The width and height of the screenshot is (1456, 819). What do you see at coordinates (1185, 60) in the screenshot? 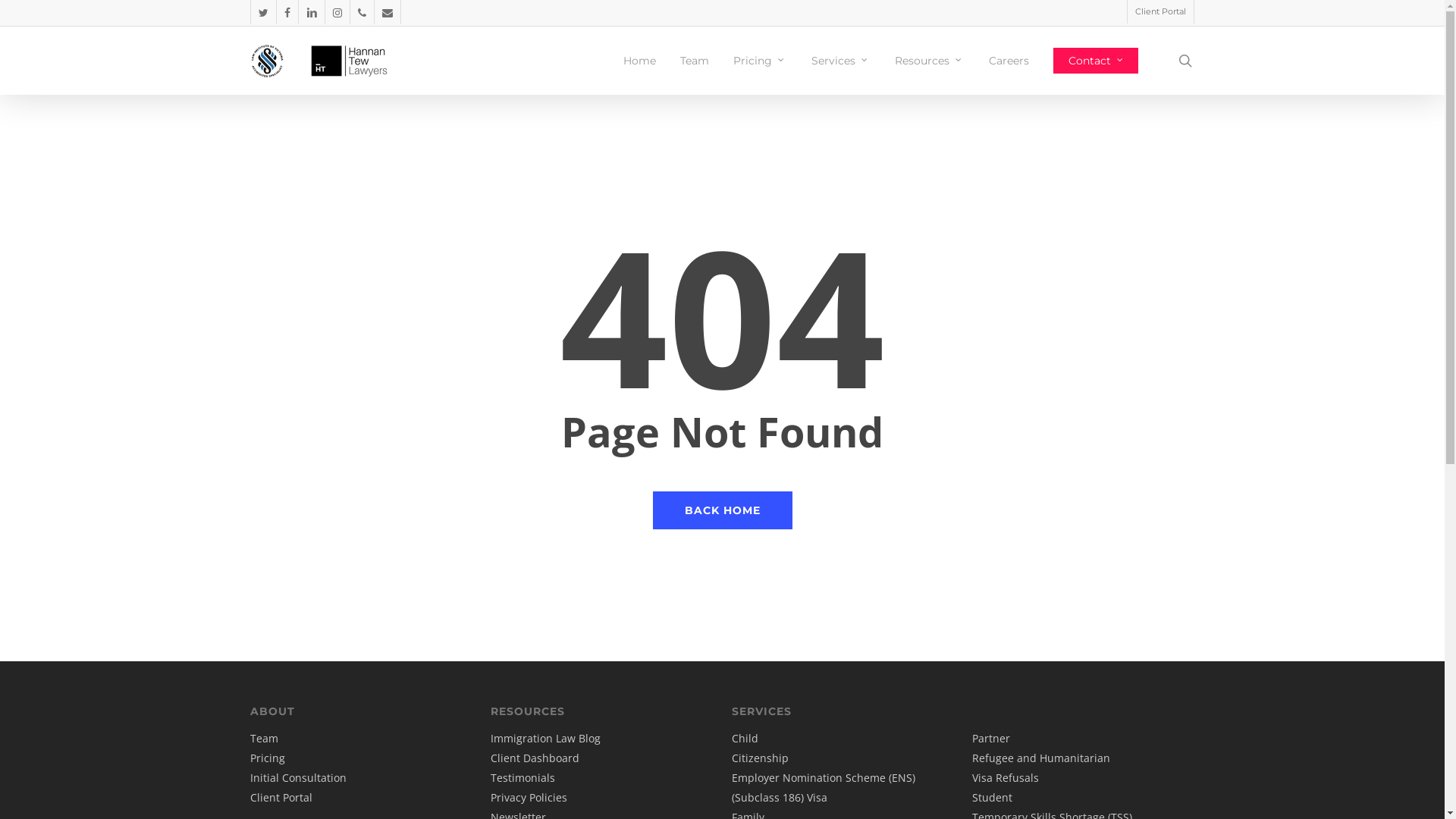
I see `'search'` at bounding box center [1185, 60].